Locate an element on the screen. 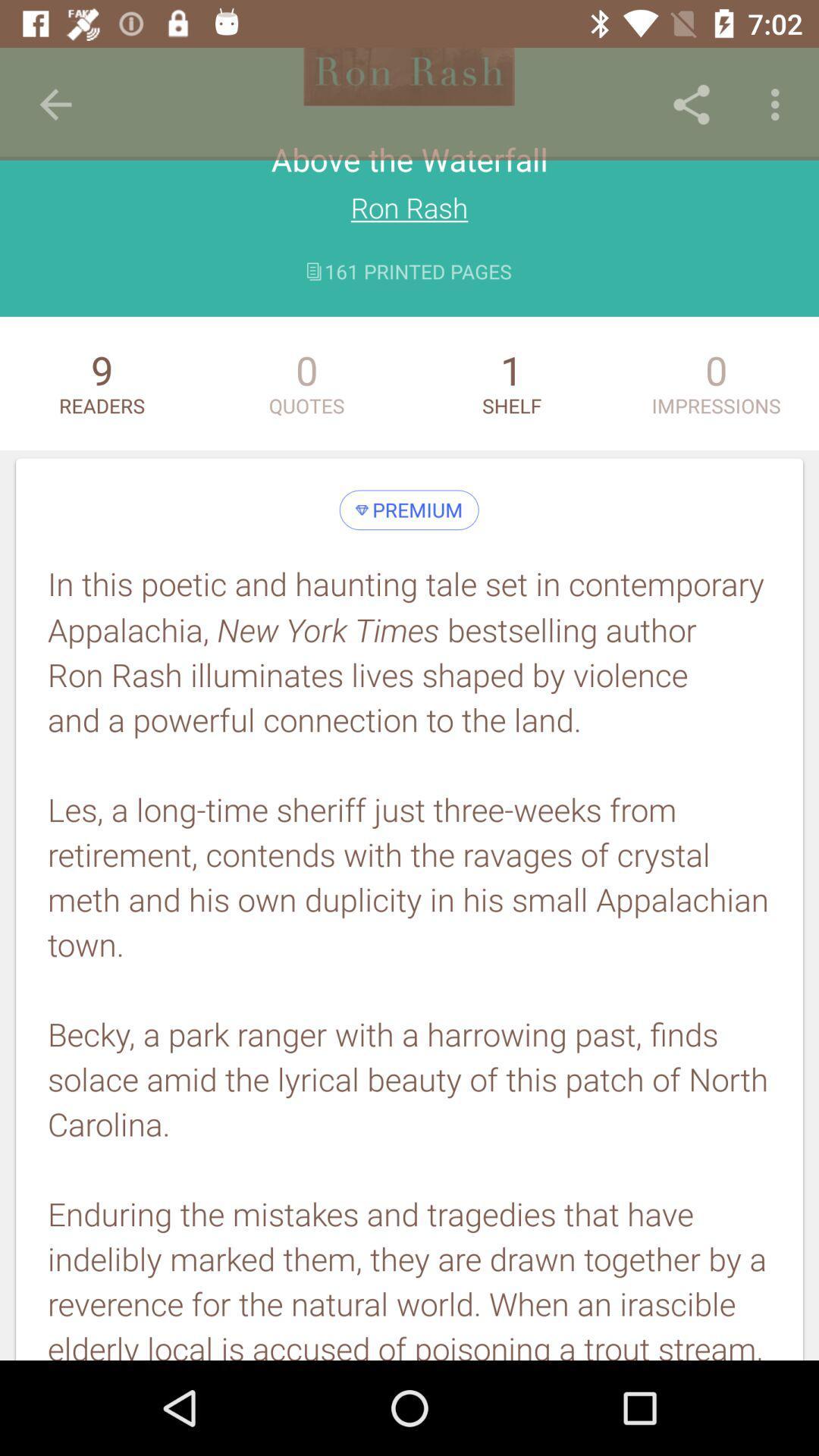  the item above the impressions is located at coordinates (779, 104).